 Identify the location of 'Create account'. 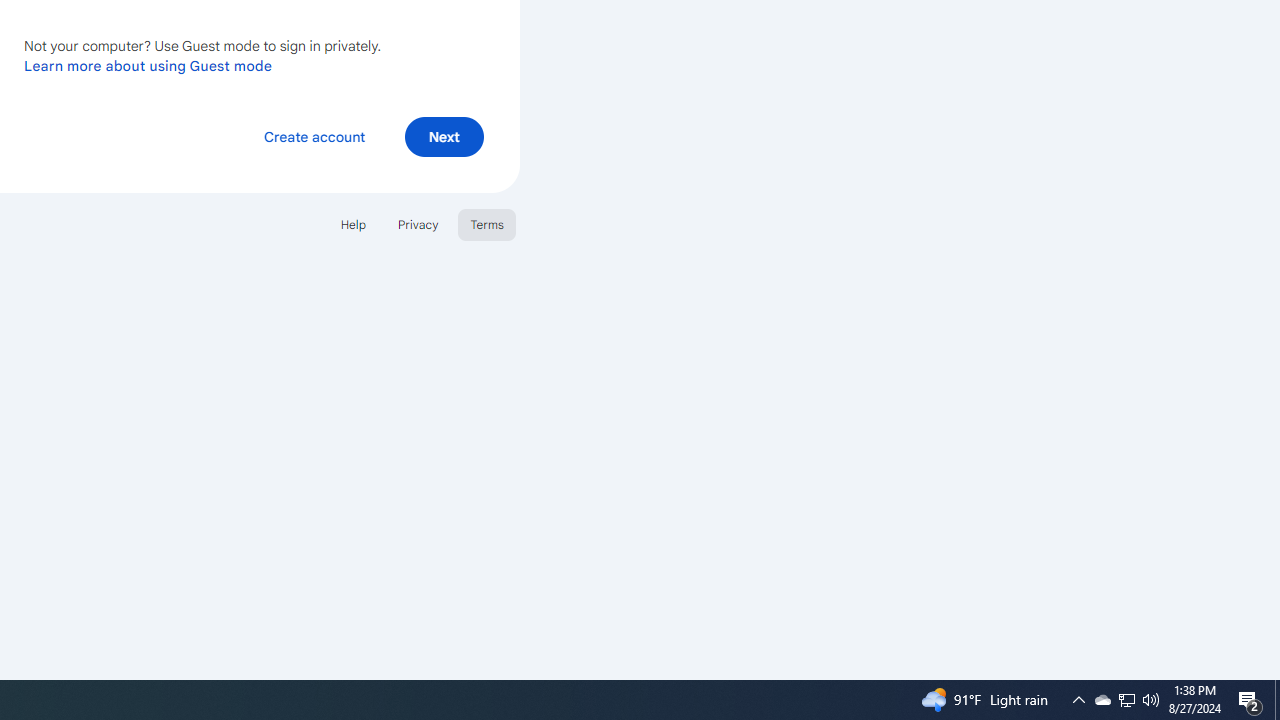
(313, 135).